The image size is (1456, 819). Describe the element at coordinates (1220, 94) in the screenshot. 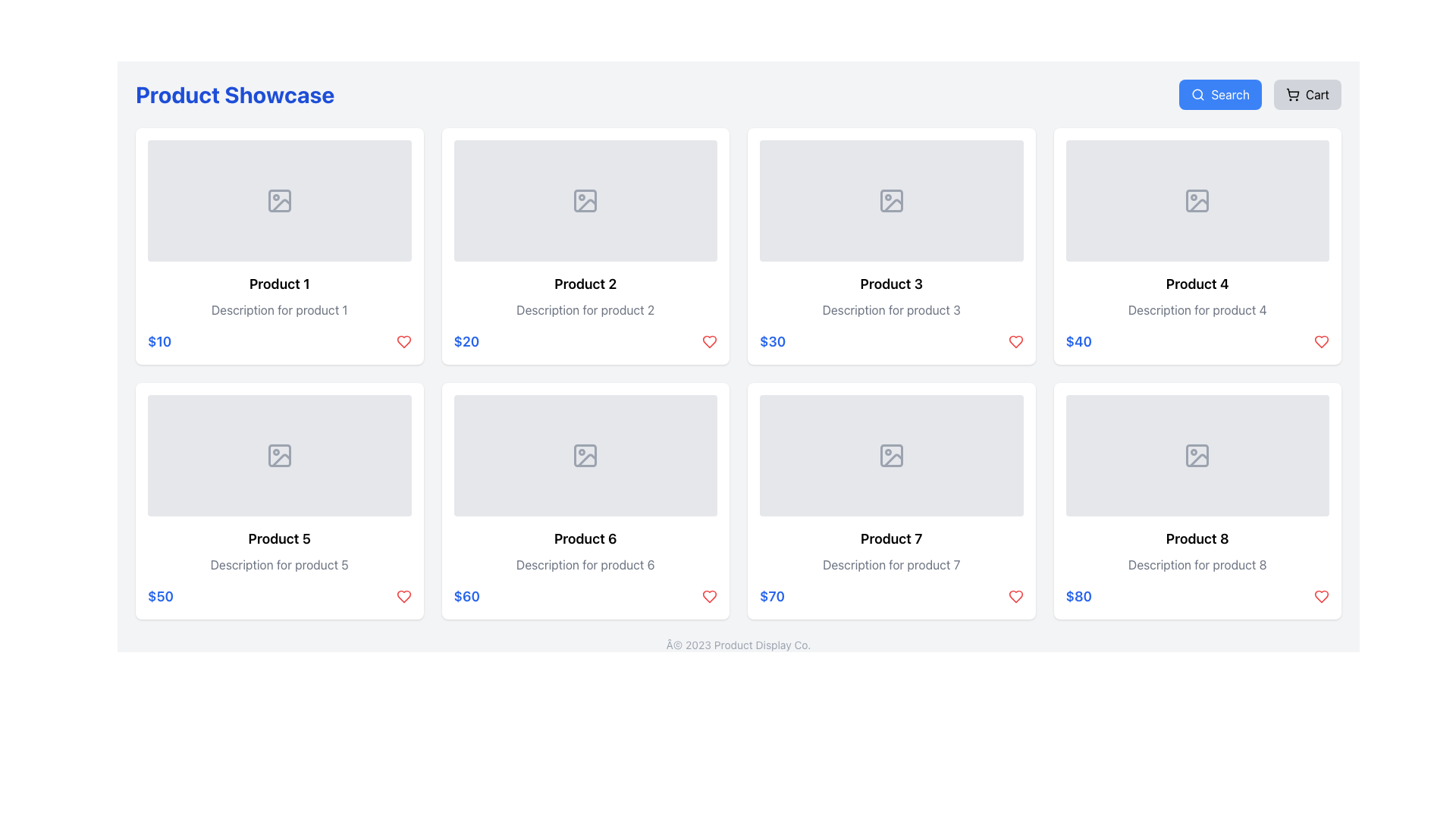

I see `the blue 'Search' button with white text and a magnifying glass icon, located at the top-right corner of the interface, to initiate a search` at that location.